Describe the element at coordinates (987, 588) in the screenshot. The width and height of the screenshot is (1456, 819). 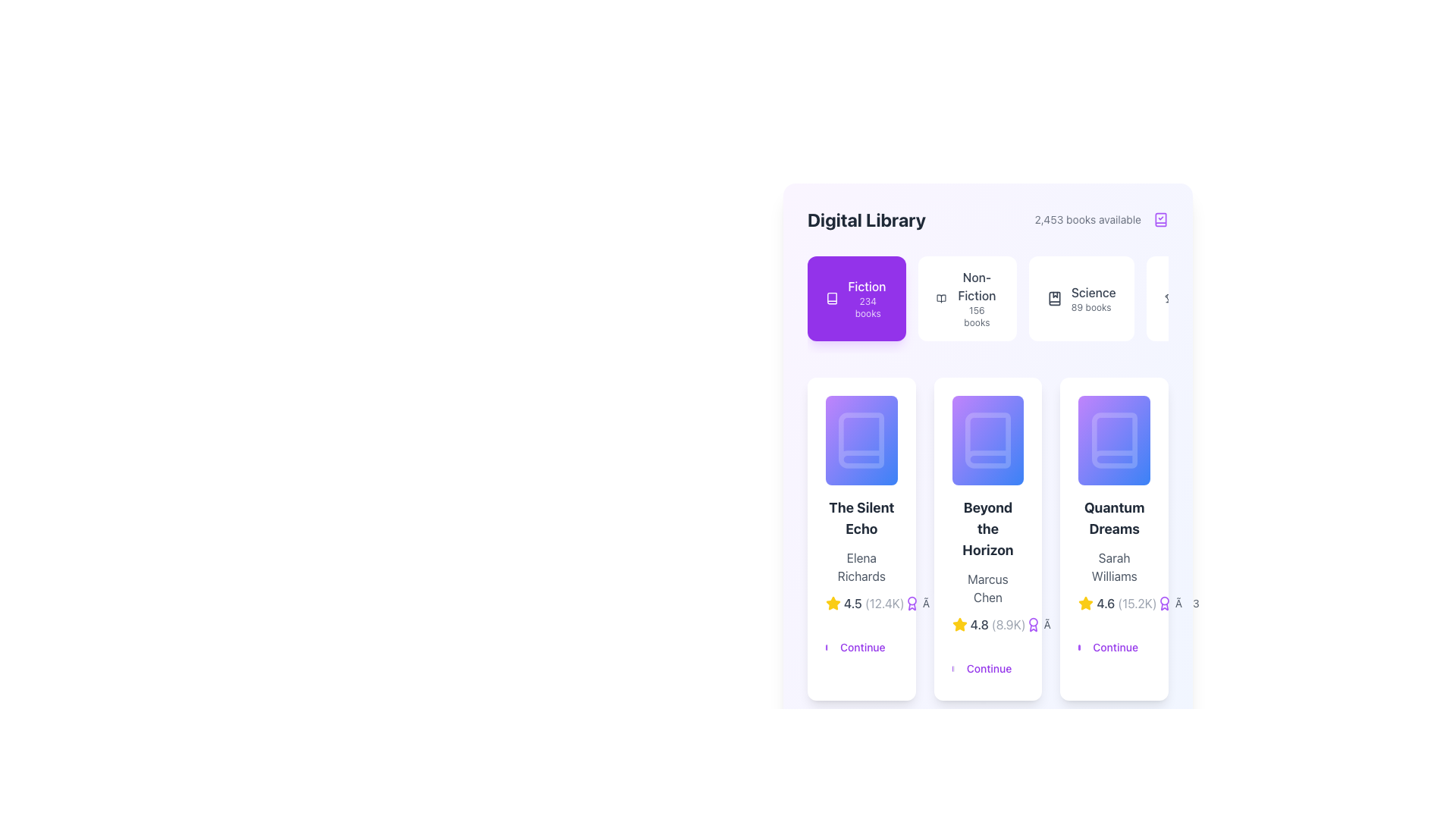
I see `the static text displaying the author's name for the book titled 'Beyond the Horizon', which is located directly beneath the title in the second card of a horizontally-aligned list of book cards` at that location.